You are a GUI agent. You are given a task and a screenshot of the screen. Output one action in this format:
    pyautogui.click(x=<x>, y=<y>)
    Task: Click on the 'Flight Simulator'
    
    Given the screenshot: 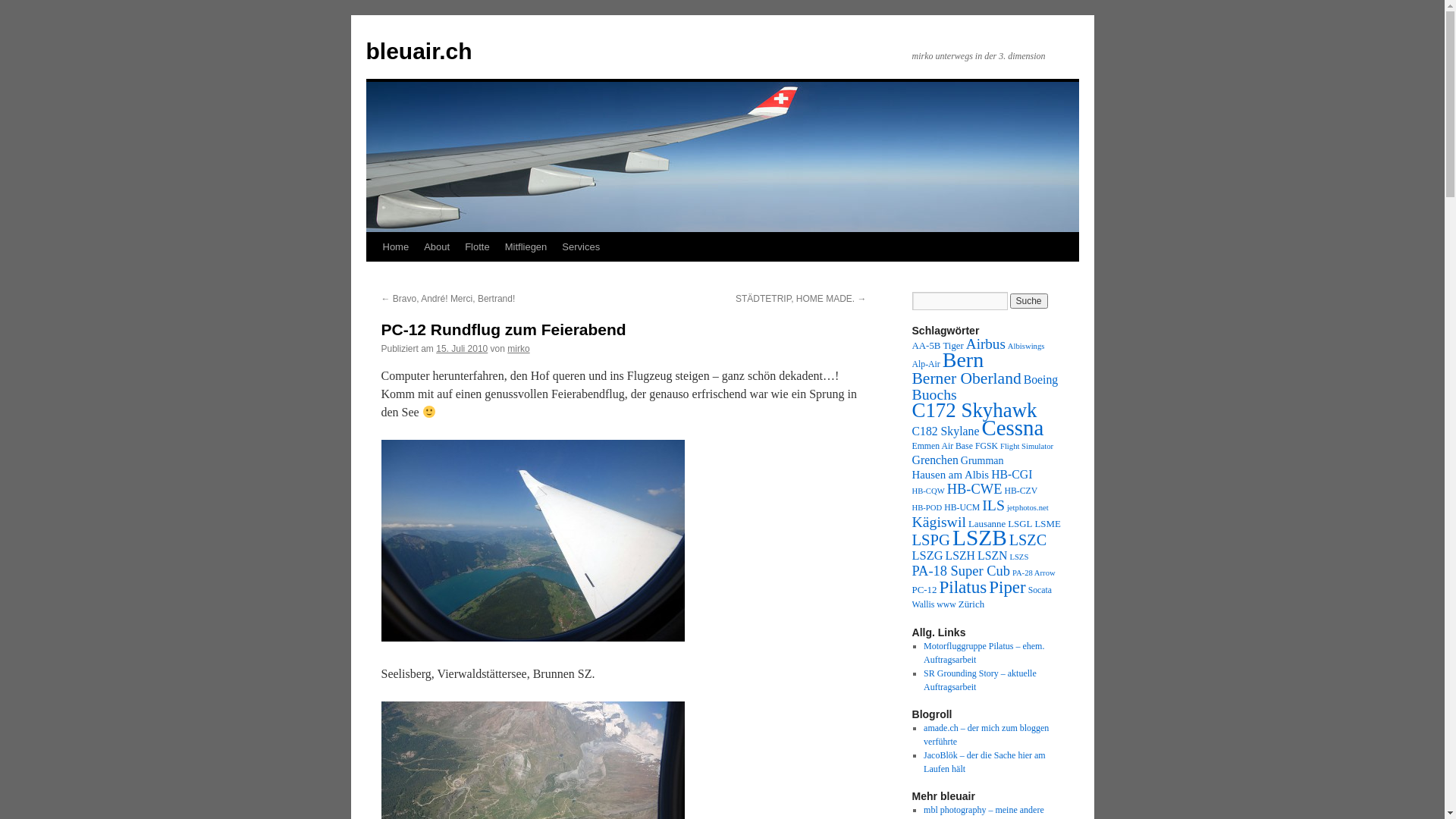 What is the action you would take?
    pyautogui.click(x=1026, y=445)
    